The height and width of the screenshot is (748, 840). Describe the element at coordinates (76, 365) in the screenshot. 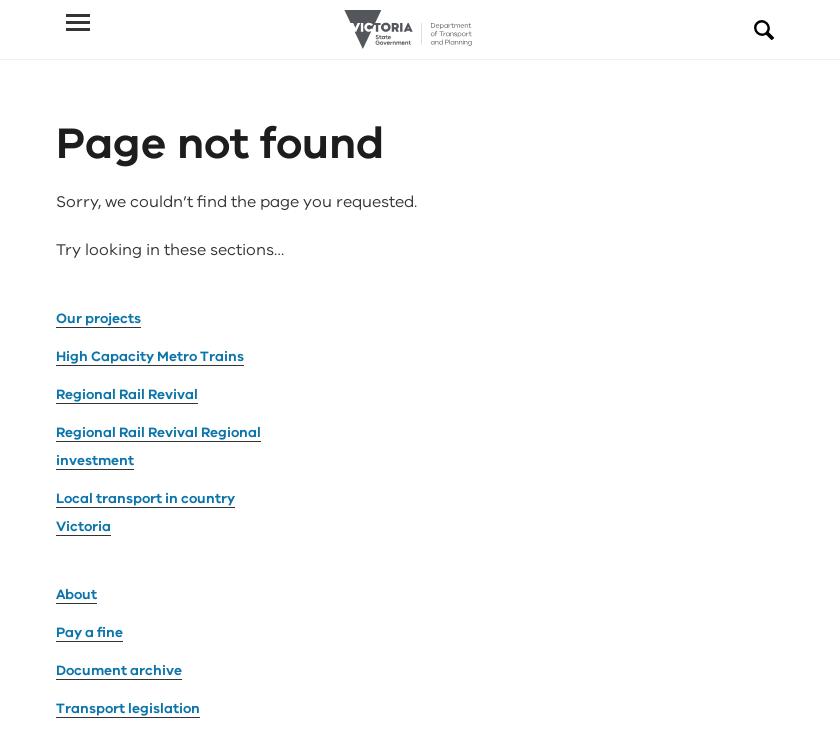

I see `'About'` at that location.